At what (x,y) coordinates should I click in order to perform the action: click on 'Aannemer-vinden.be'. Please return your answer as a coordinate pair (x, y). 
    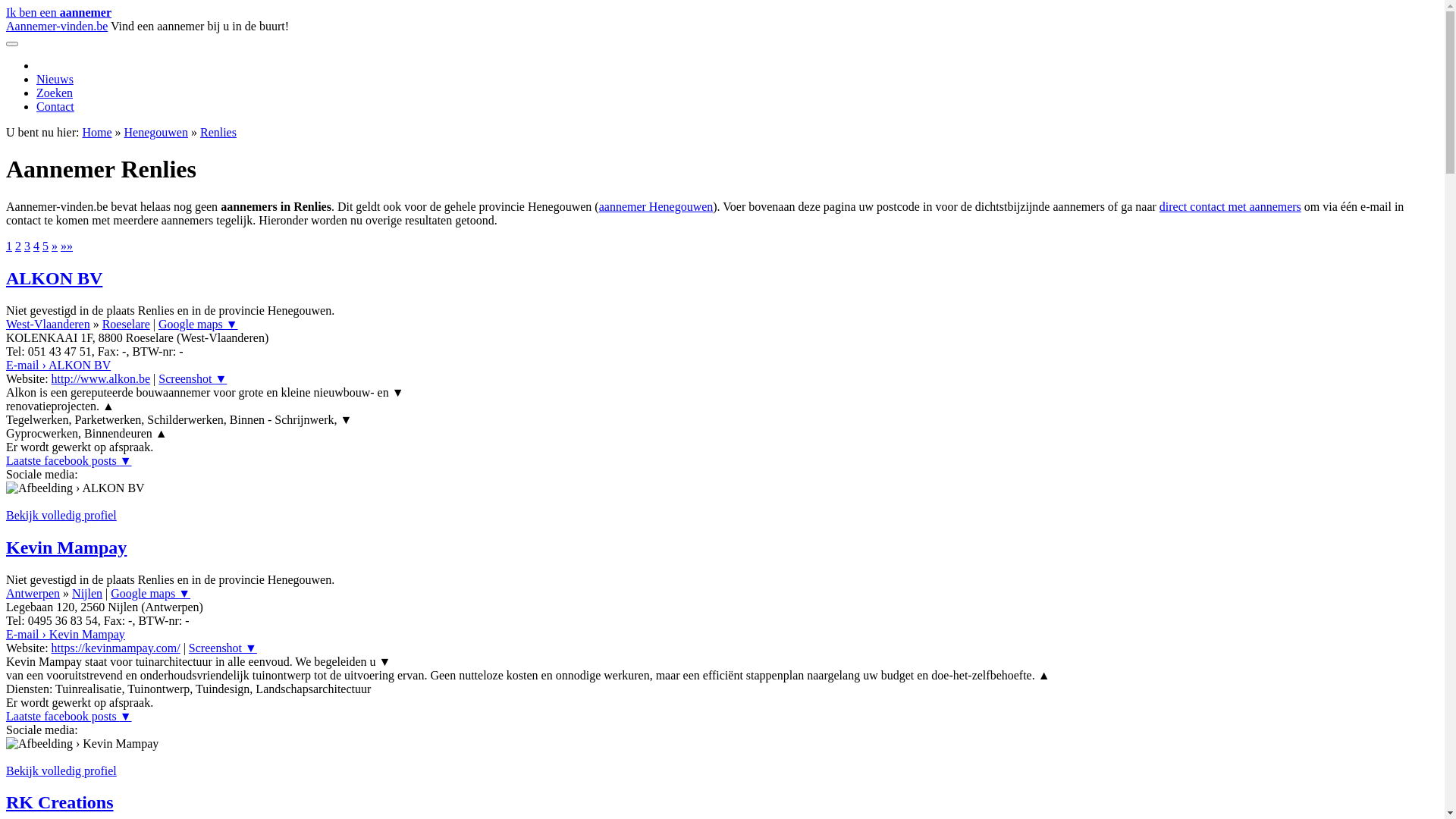
    Looking at the image, I should click on (6, 26).